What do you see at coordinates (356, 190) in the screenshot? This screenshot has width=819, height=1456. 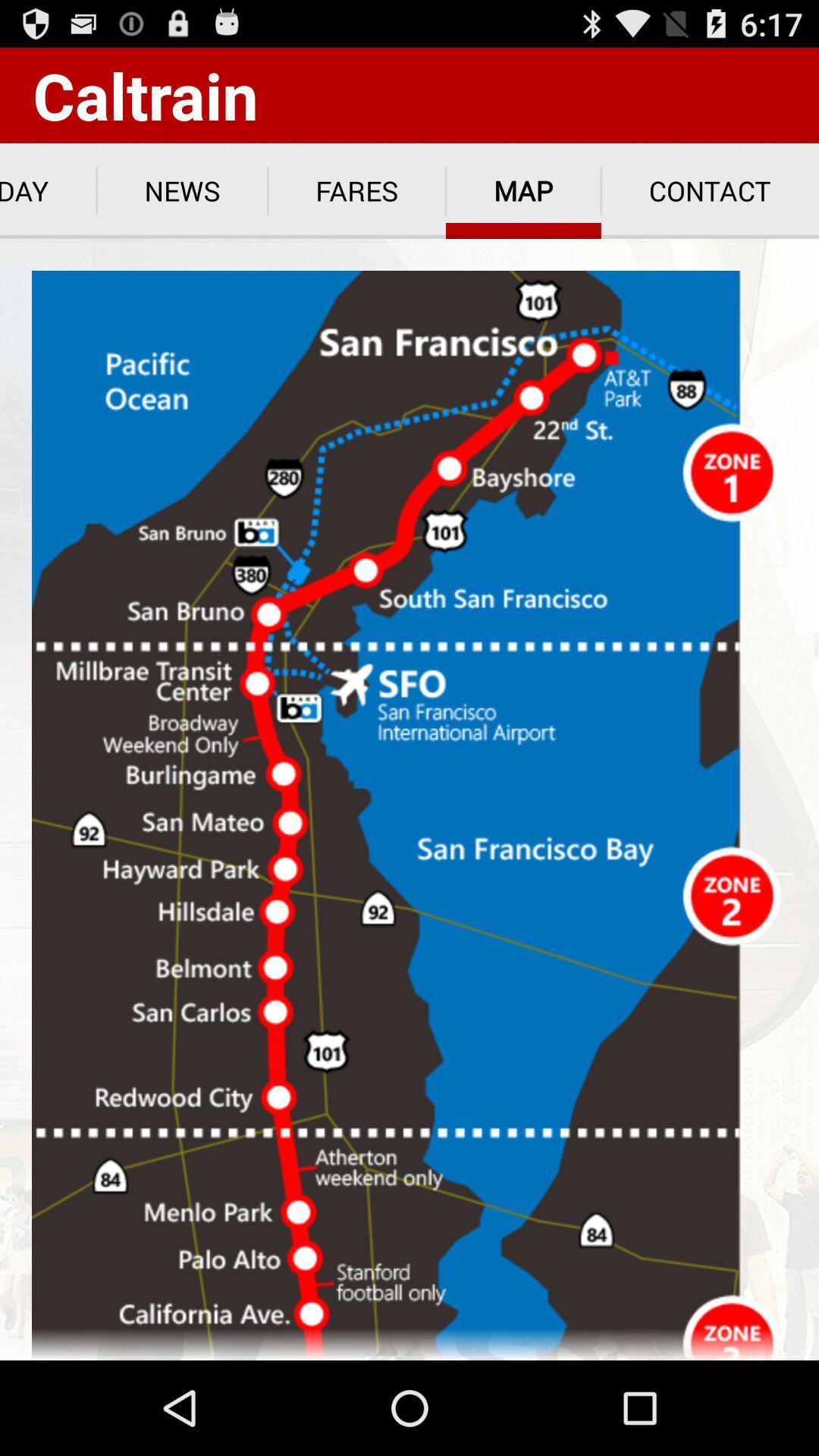 I see `the item next to the news app` at bounding box center [356, 190].